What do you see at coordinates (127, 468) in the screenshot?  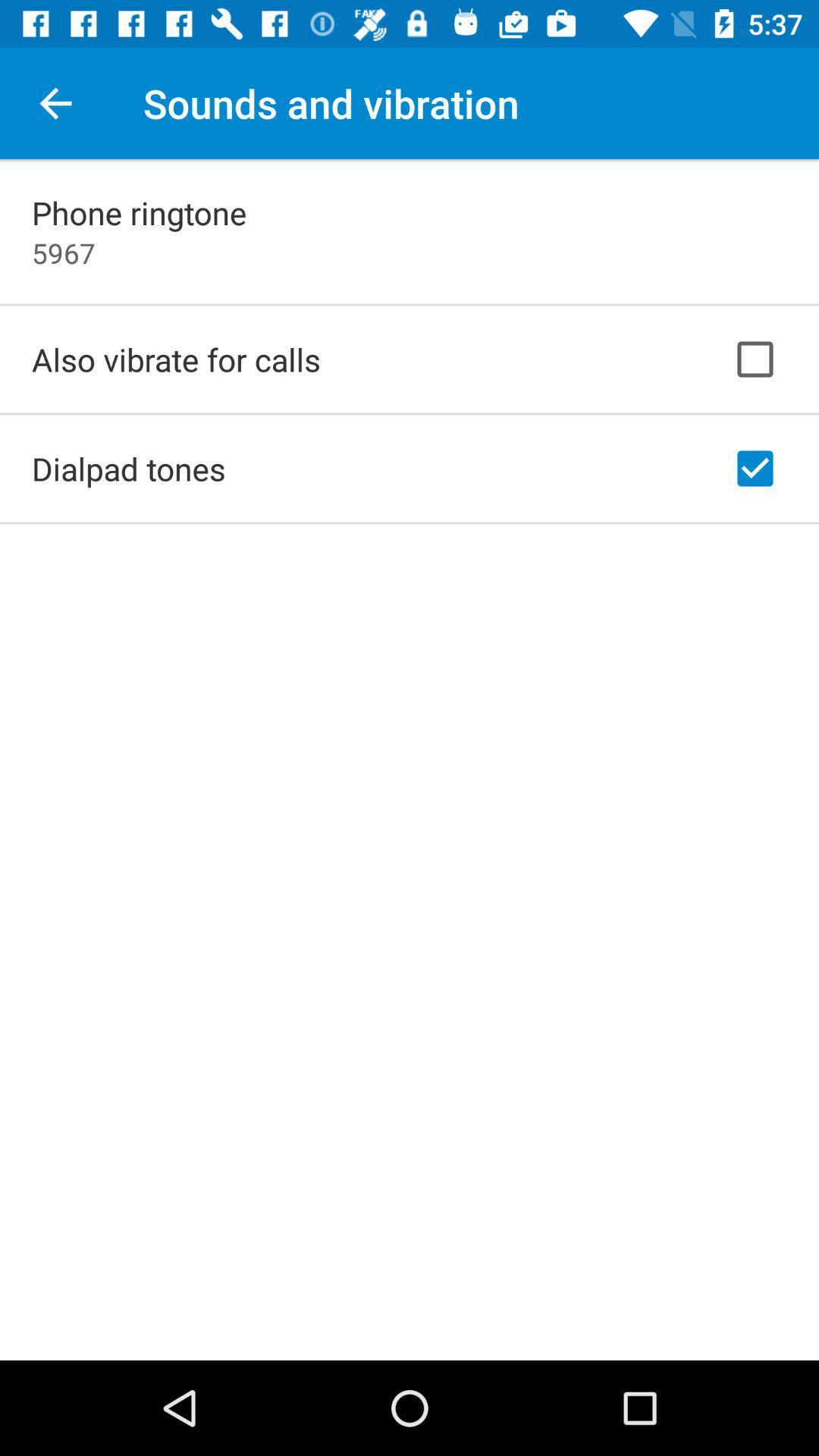 I see `dialpad tones icon` at bounding box center [127, 468].